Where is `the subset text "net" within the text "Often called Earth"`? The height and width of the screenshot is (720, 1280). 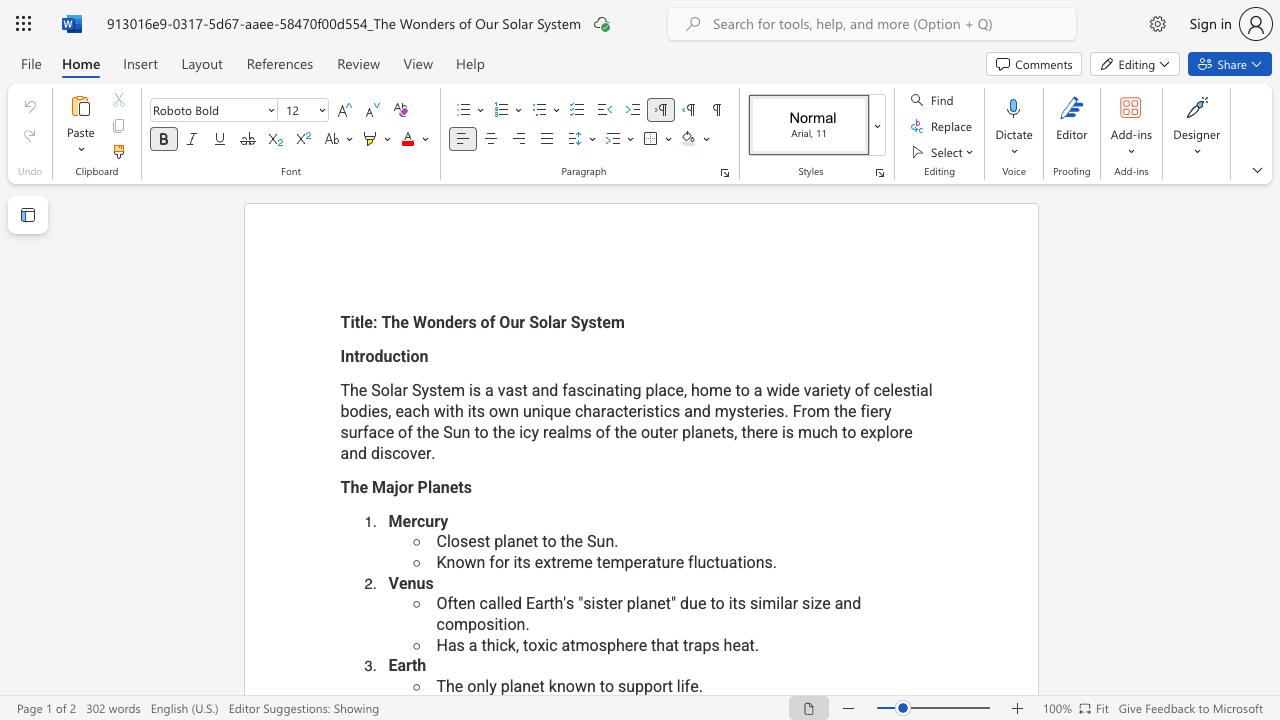
the subset text "net" within the text "Often called Earth" is located at coordinates (648, 602).